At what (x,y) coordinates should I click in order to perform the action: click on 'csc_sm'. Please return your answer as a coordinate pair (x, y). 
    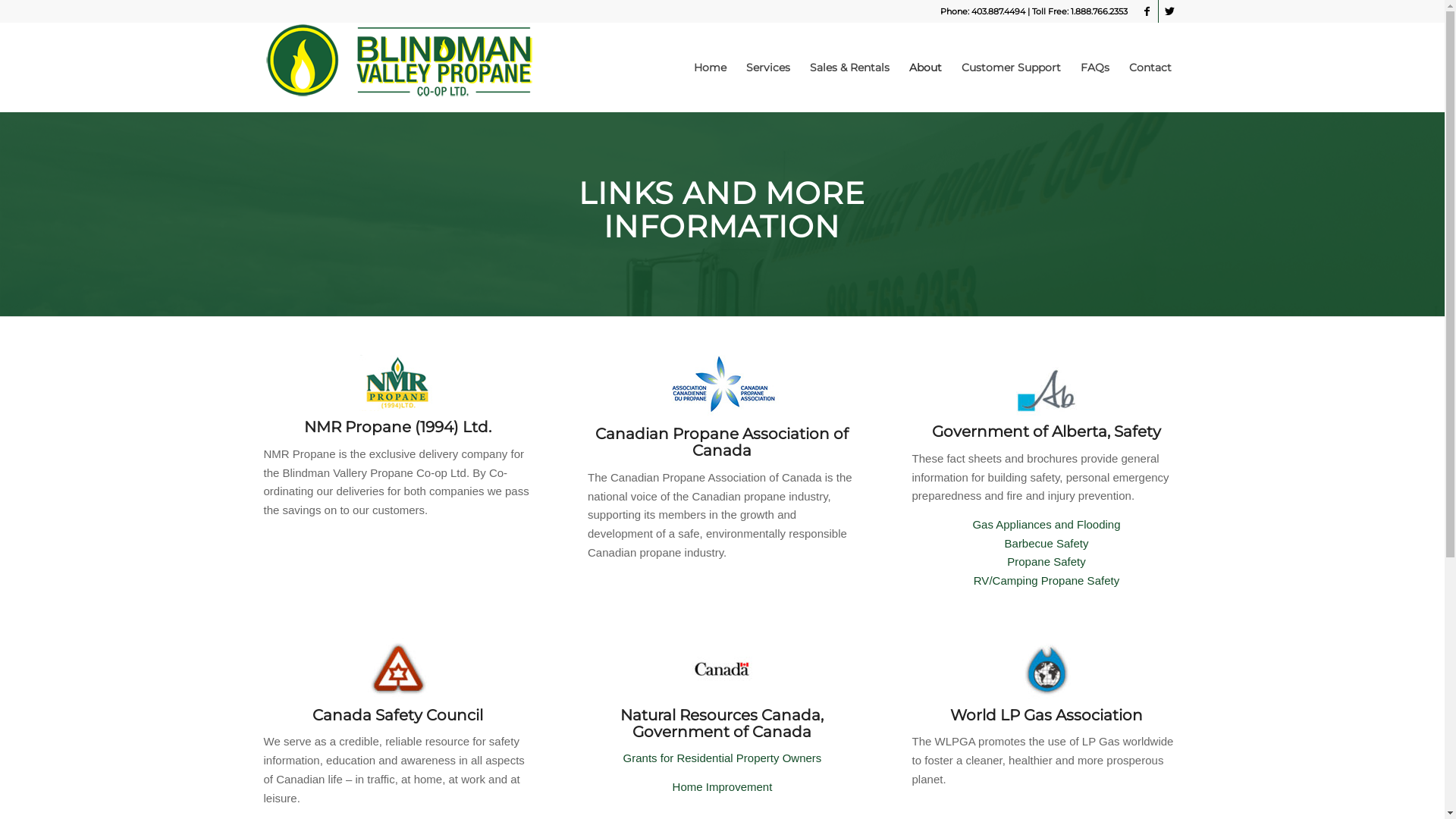
    Looking at the image, I should click on (397, 668).